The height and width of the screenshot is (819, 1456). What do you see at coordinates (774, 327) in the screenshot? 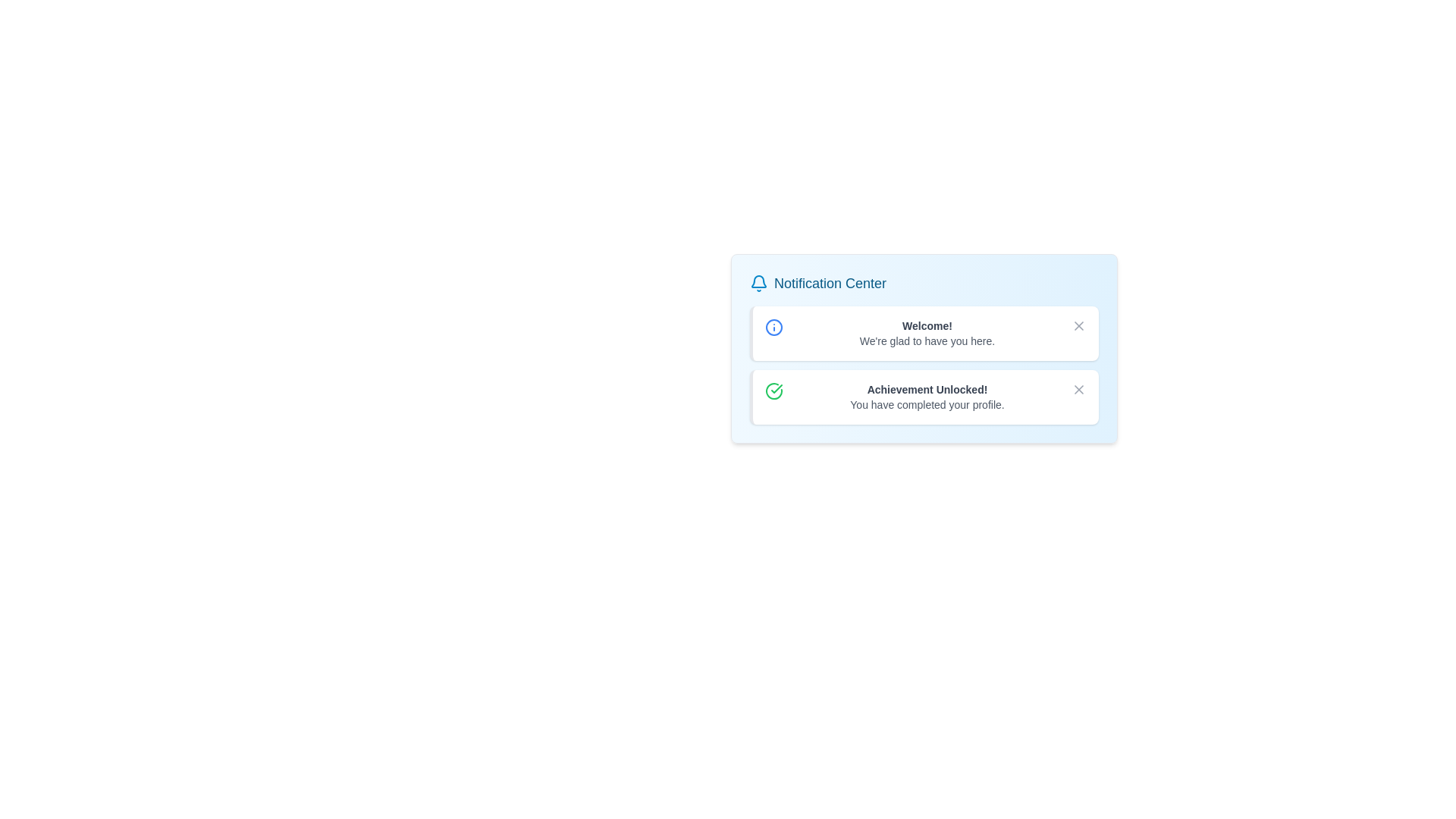
I see `the circular graphical element within the information icon in the Notification Center by clicking on it if enabled` at bounding box center [774, 327].